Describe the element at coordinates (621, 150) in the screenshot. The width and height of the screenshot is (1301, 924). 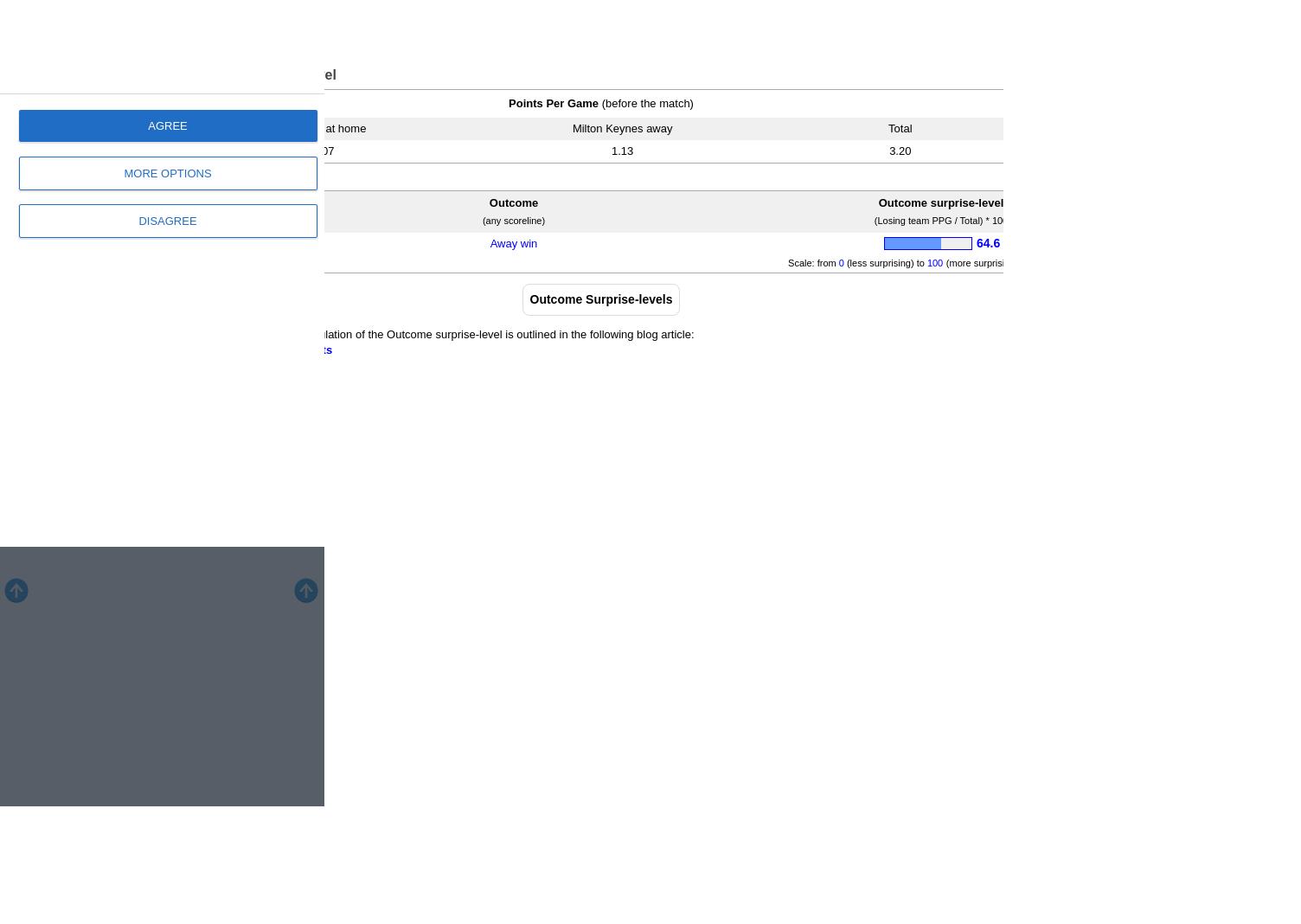
I see `'1.13'` at that location.